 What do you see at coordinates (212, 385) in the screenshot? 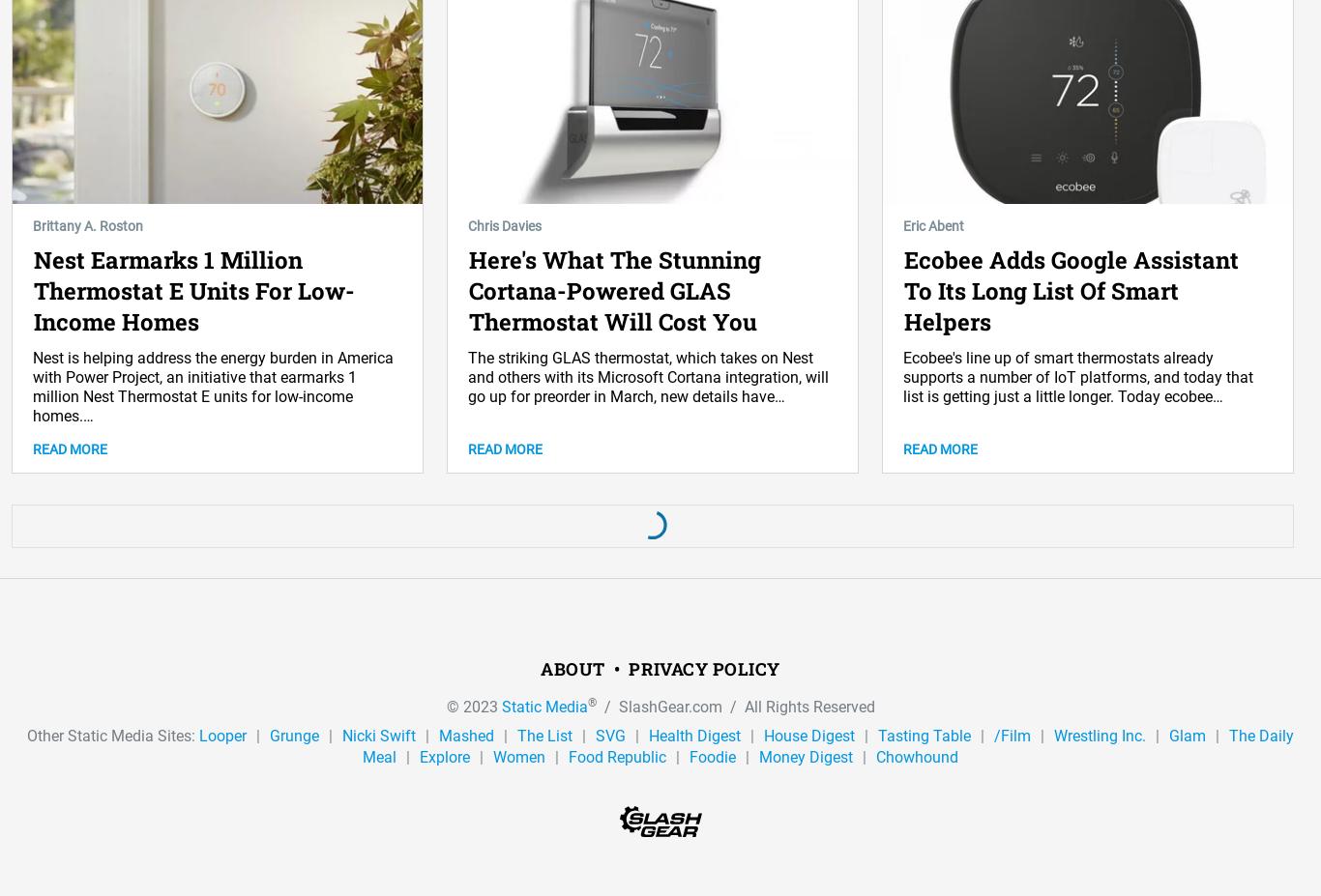
I see `'Nest is helping address the energy burden in America with Power Project, an initiative that earmarks 1 million Nest Thermostat E units for low-income homes.…'` at bounding box center [212, 385].